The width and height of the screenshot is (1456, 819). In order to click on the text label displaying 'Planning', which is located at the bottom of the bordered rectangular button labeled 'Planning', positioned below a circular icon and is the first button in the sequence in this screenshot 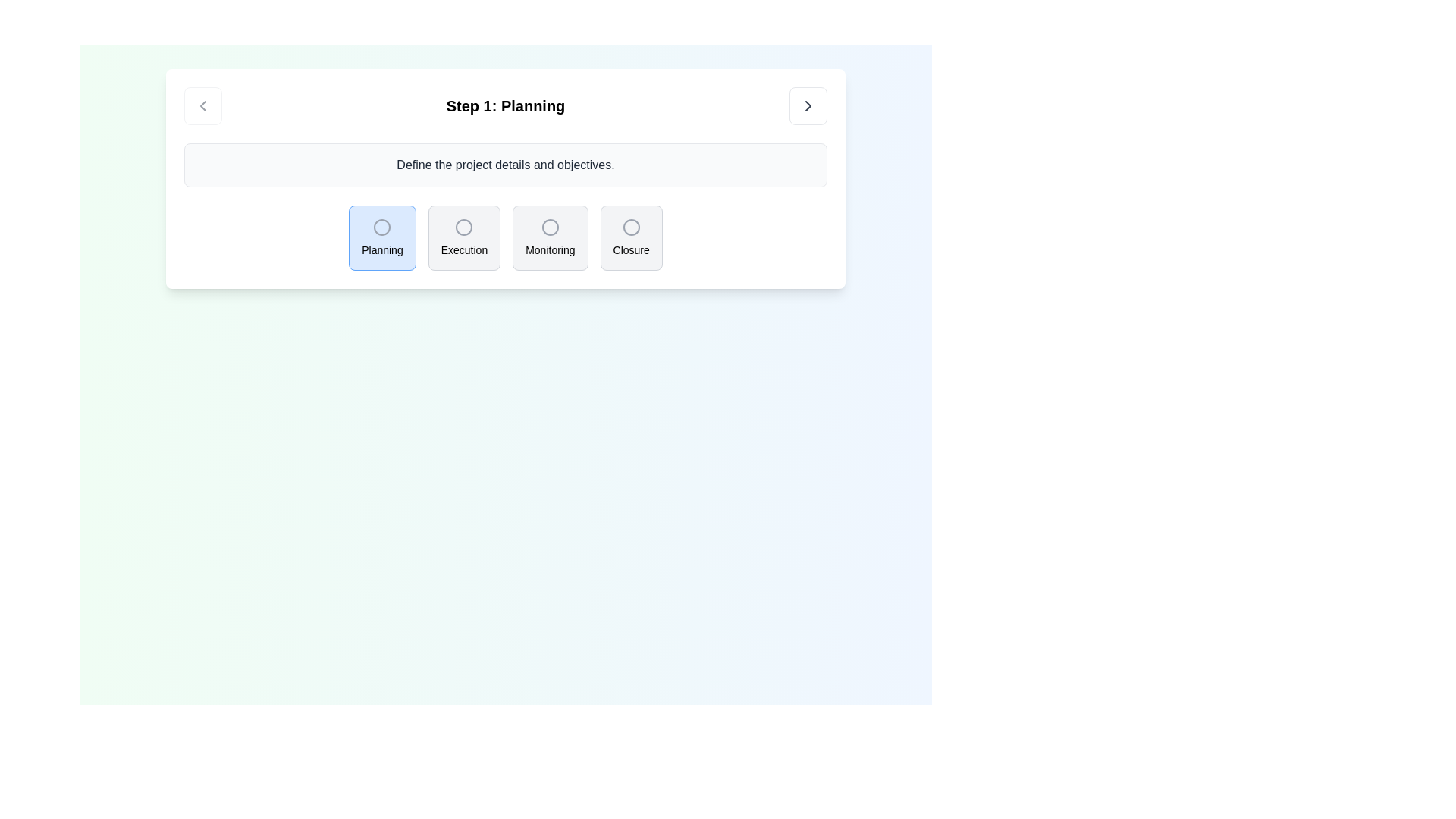, I will do `click(382, 249)`.